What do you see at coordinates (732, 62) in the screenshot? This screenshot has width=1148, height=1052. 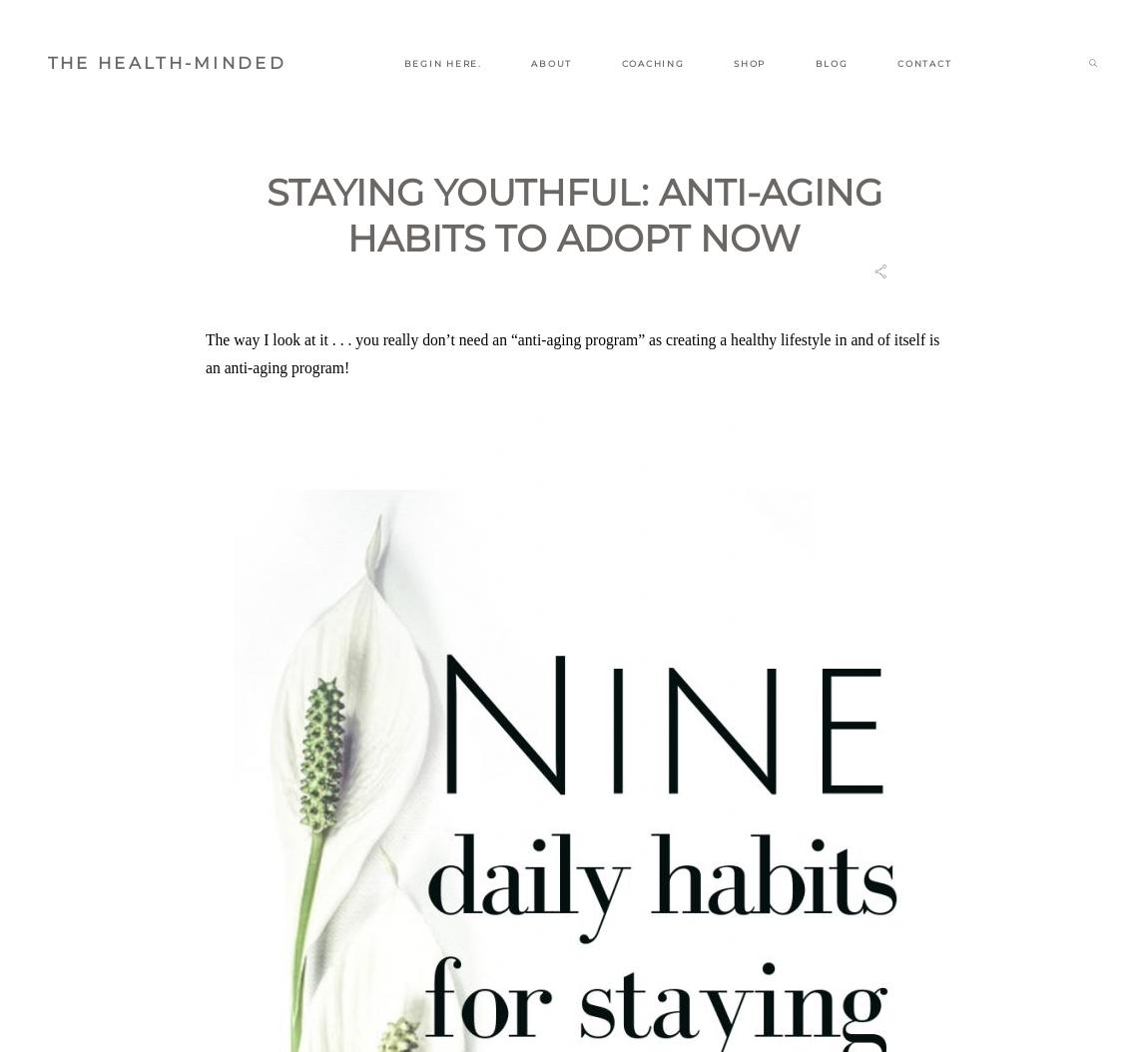 I see `'SHOP'` at bounding box center [732, 62].